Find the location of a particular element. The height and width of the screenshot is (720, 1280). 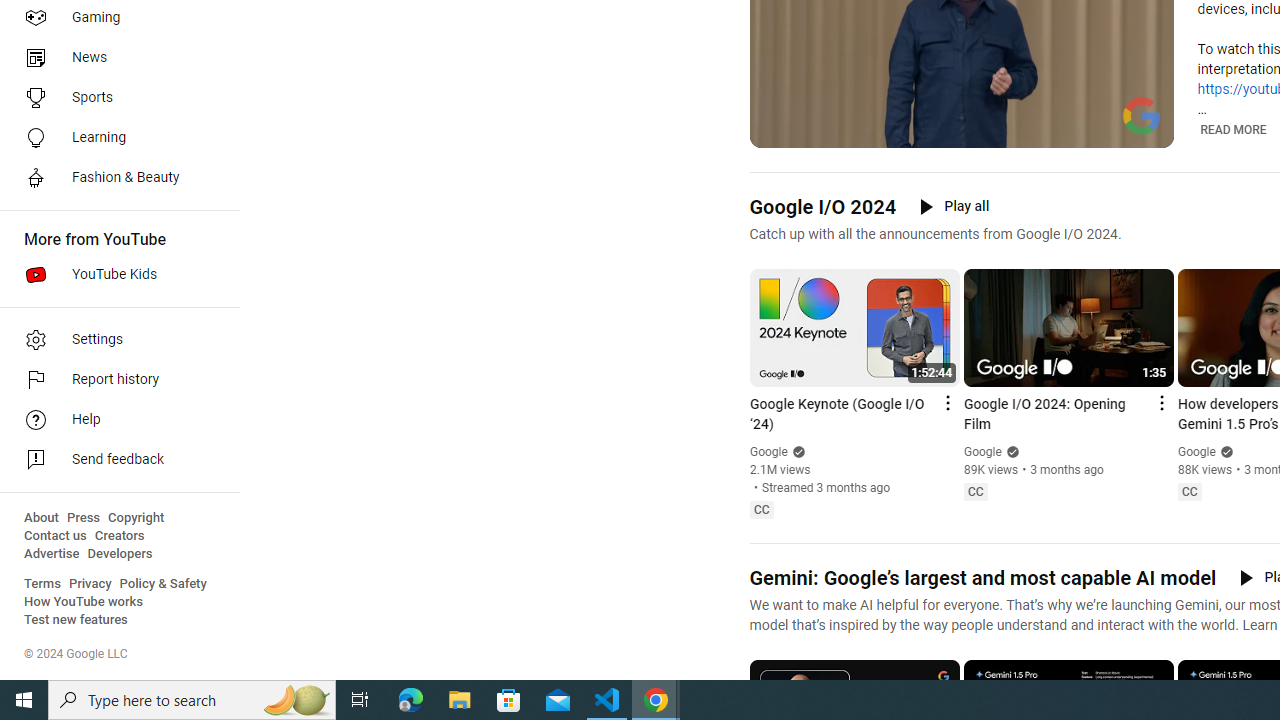

'Sports' is located at coordinates (112, 97).